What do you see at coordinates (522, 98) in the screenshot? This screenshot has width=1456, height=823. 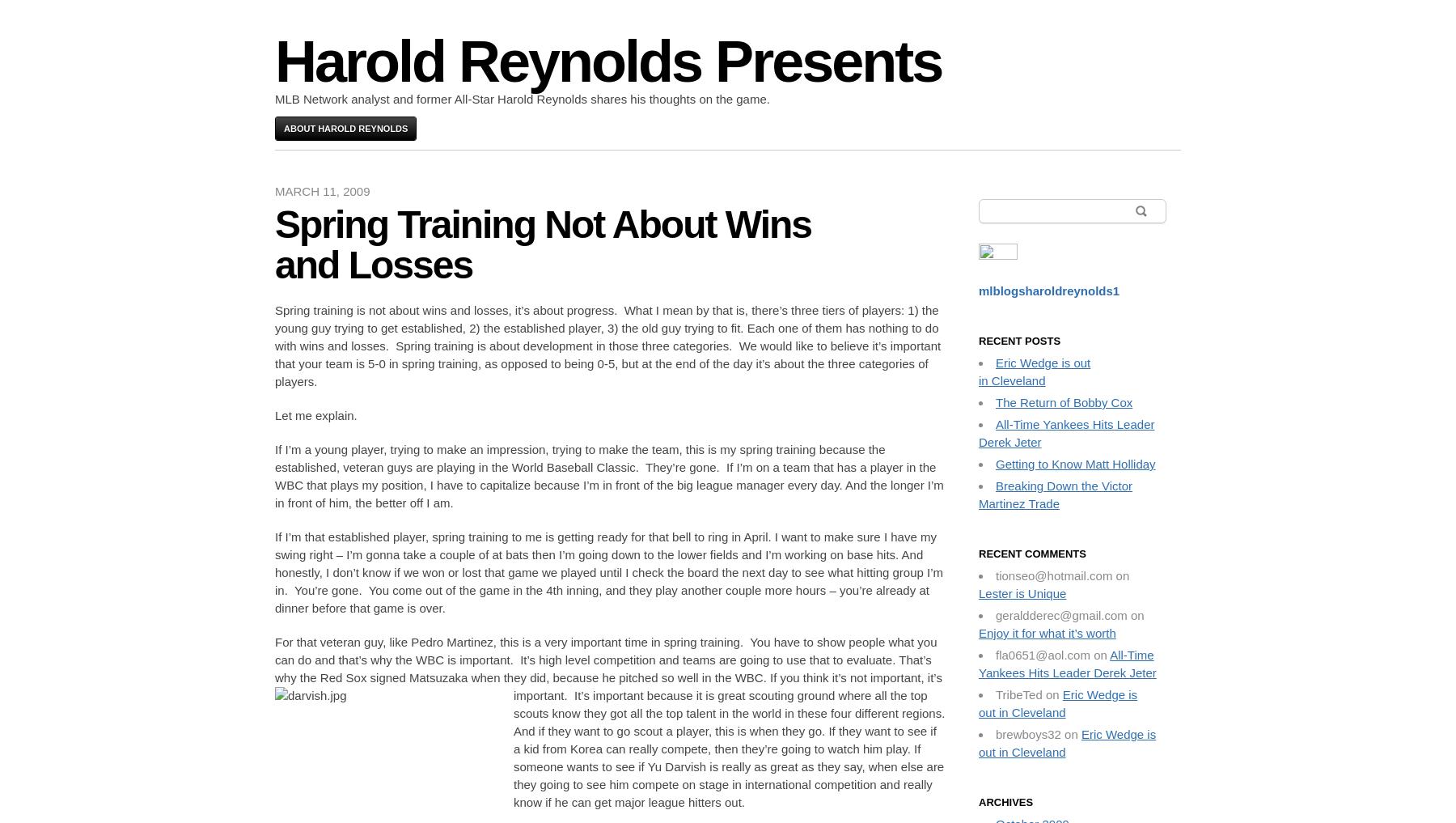 I see `'MLB Network analyst and former All-Star Harold Reynolds shares his thoughts on the game.'` at bounding box center [522, 98].